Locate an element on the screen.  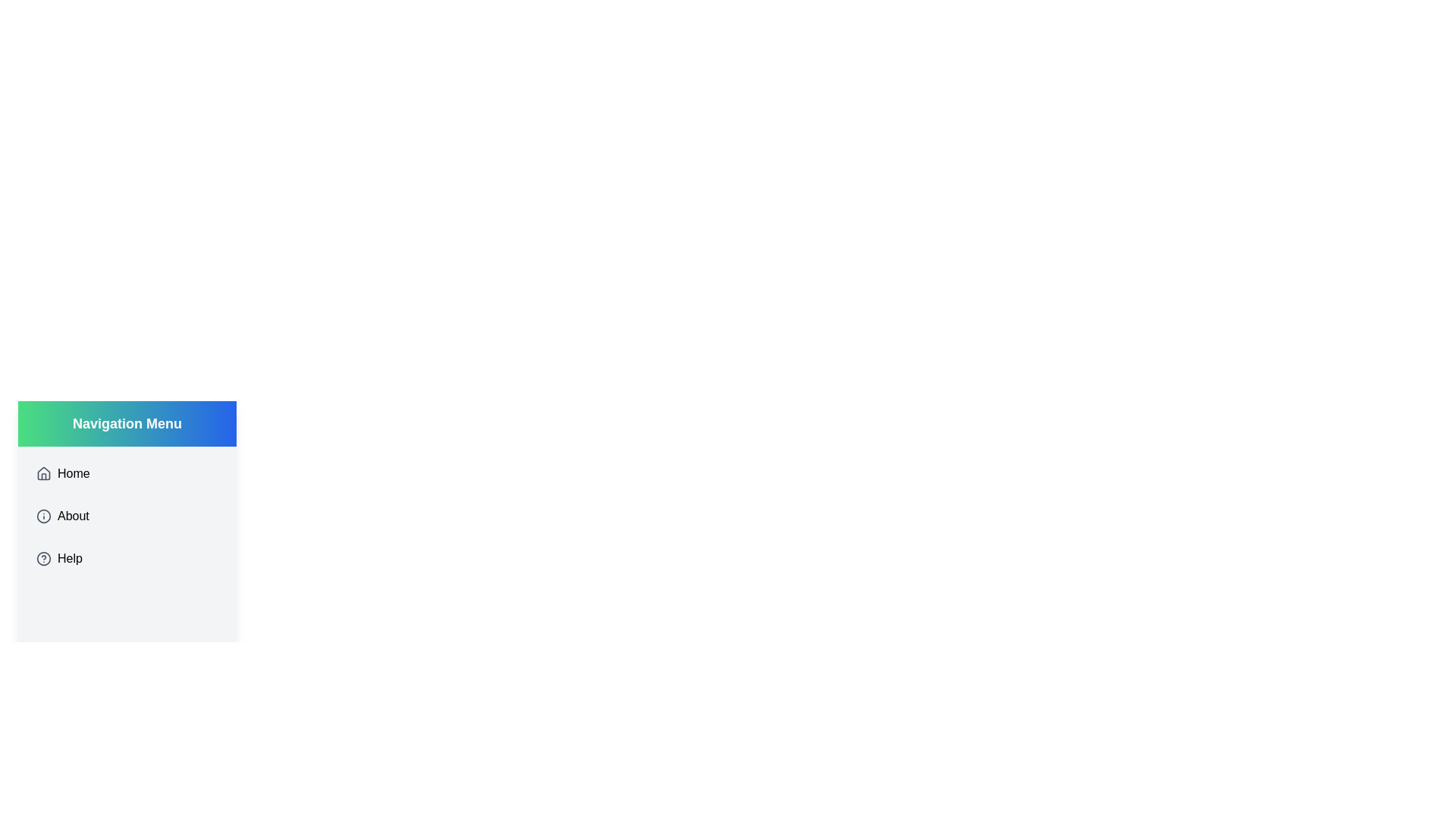
the outermost circular part of the SVG information icon located next to the 'About' menu item in the vertical navigation menu is located at coordinates (43, 516).